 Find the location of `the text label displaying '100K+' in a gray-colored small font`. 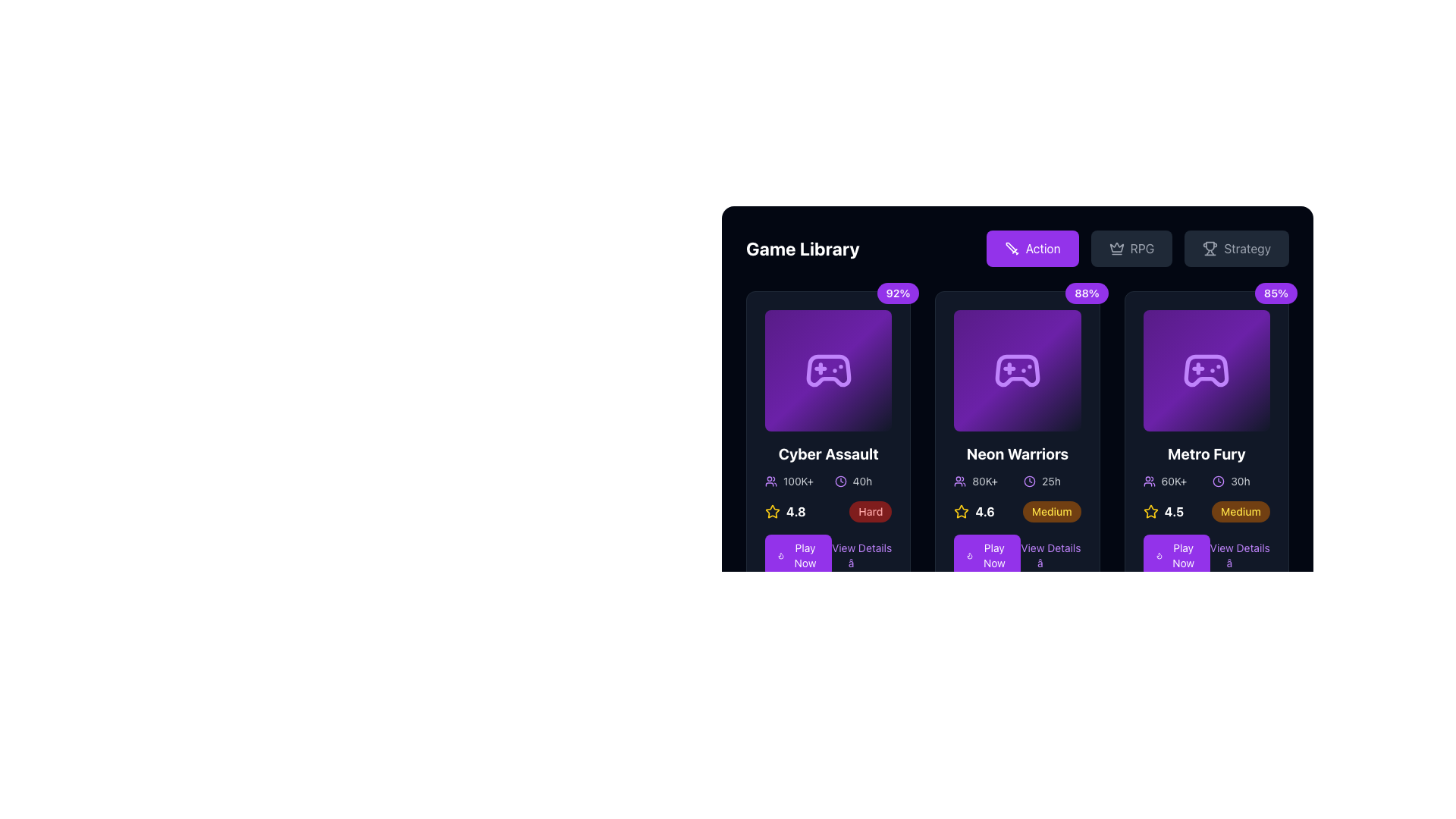

the text label displaying '100K+' in a gray-colored small font is located at coordinates (797, 482).